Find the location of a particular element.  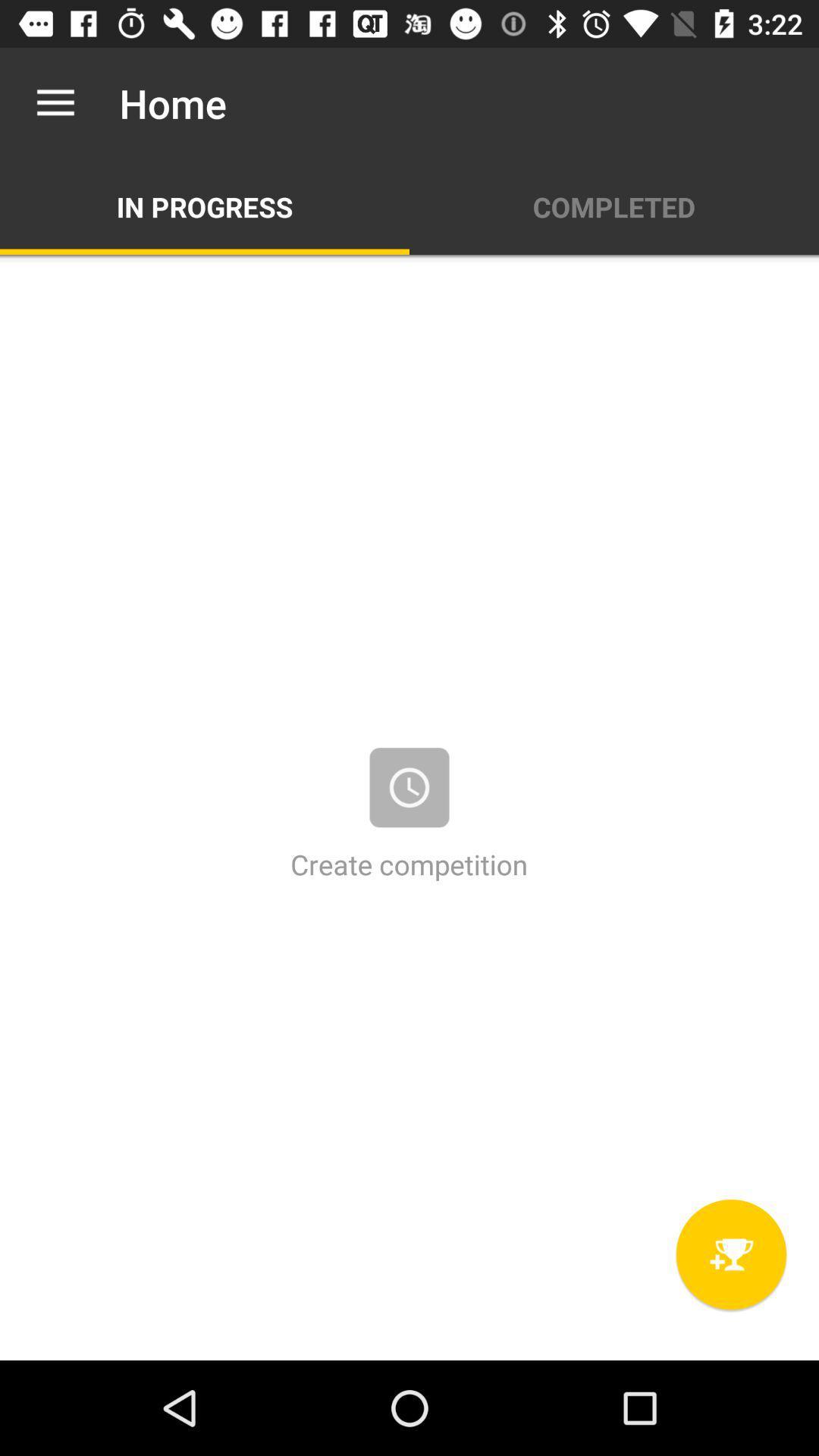

the icon above in progress is located at coordinates (55, 102).